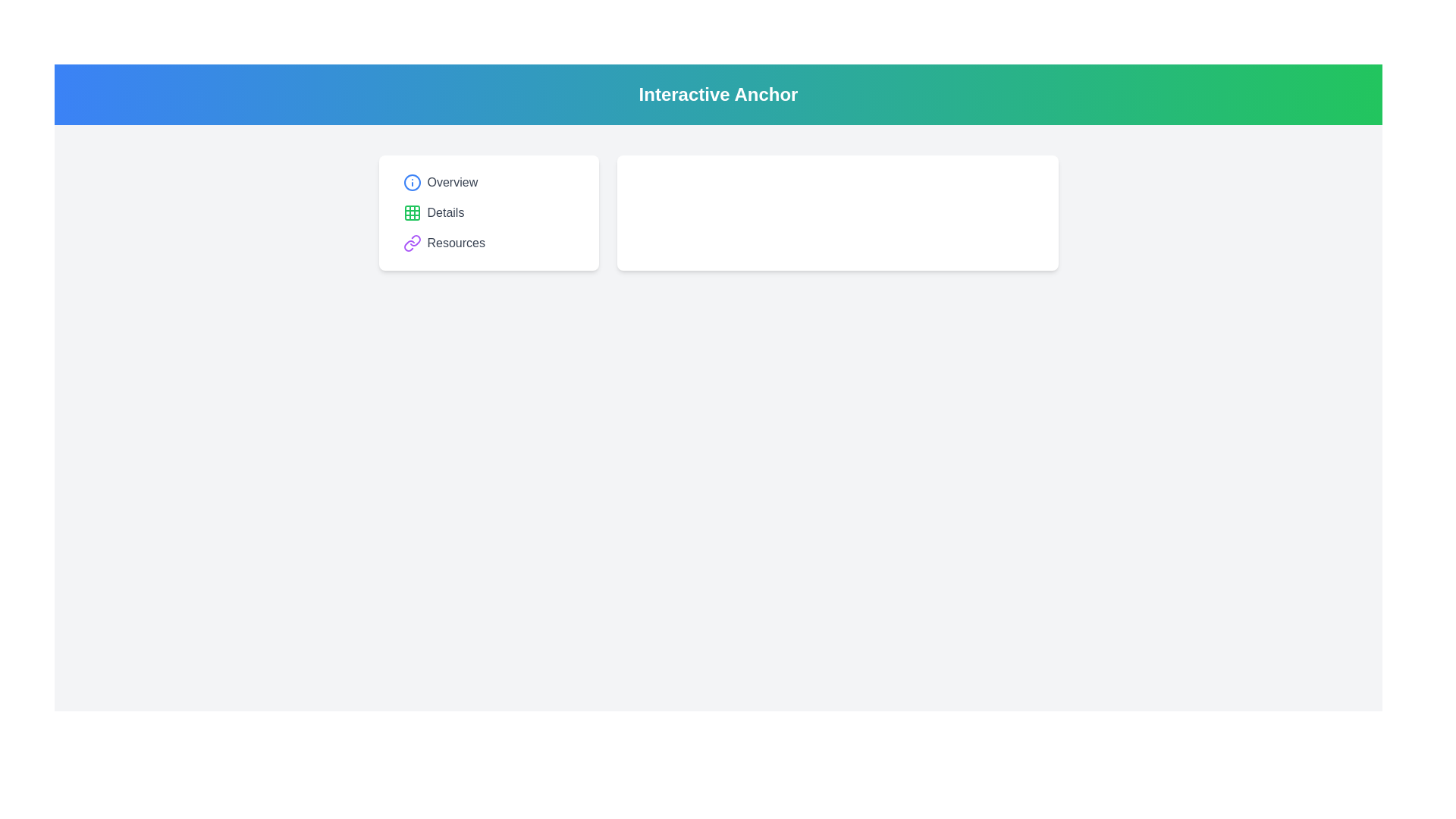  I want to click on the top-left grid square of the green-bordered square icon located next to the text 'Details' within the menu card, so click(412, 213).